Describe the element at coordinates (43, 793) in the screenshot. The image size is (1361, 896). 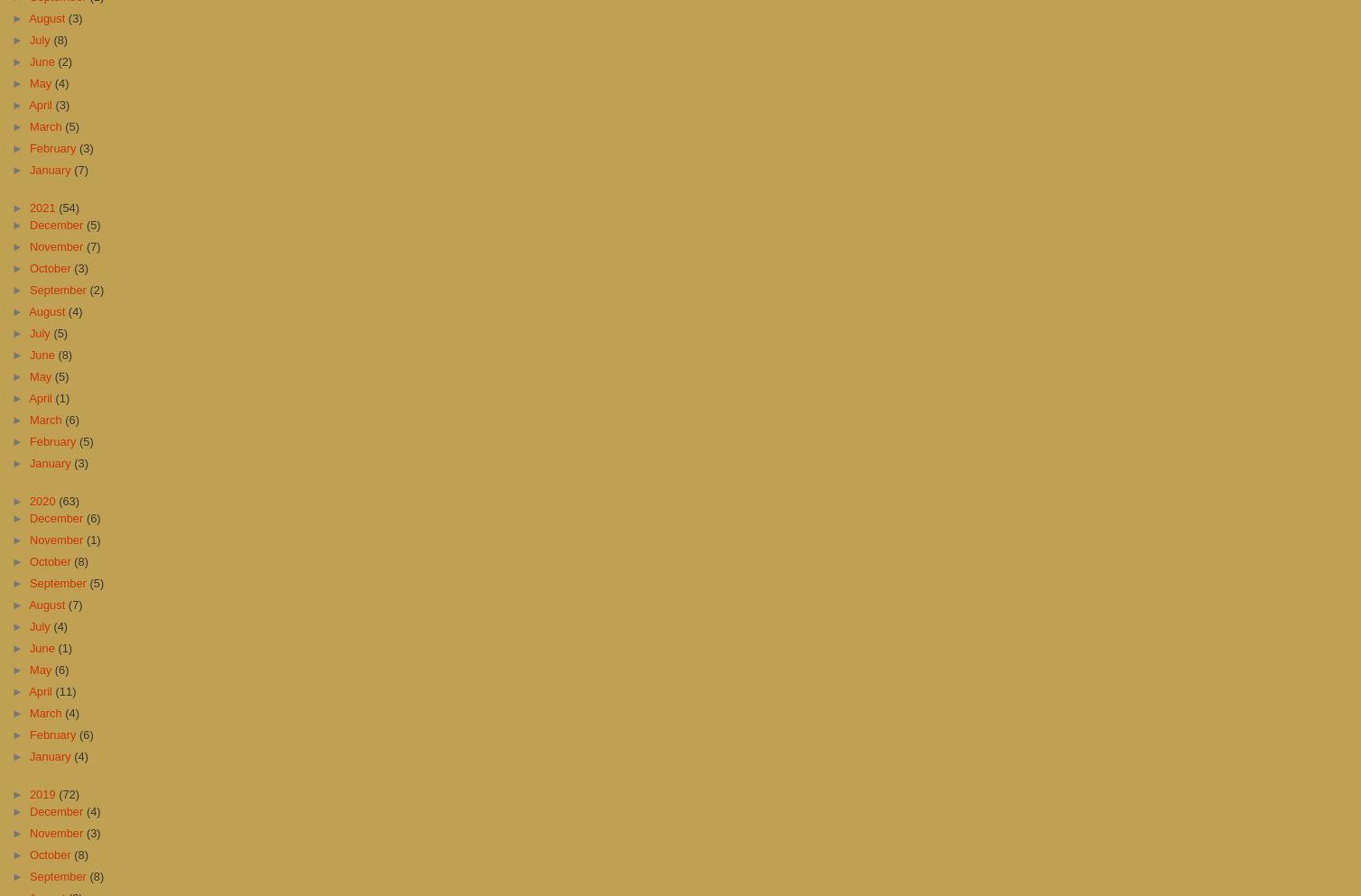
I see `'2019'` at that location.